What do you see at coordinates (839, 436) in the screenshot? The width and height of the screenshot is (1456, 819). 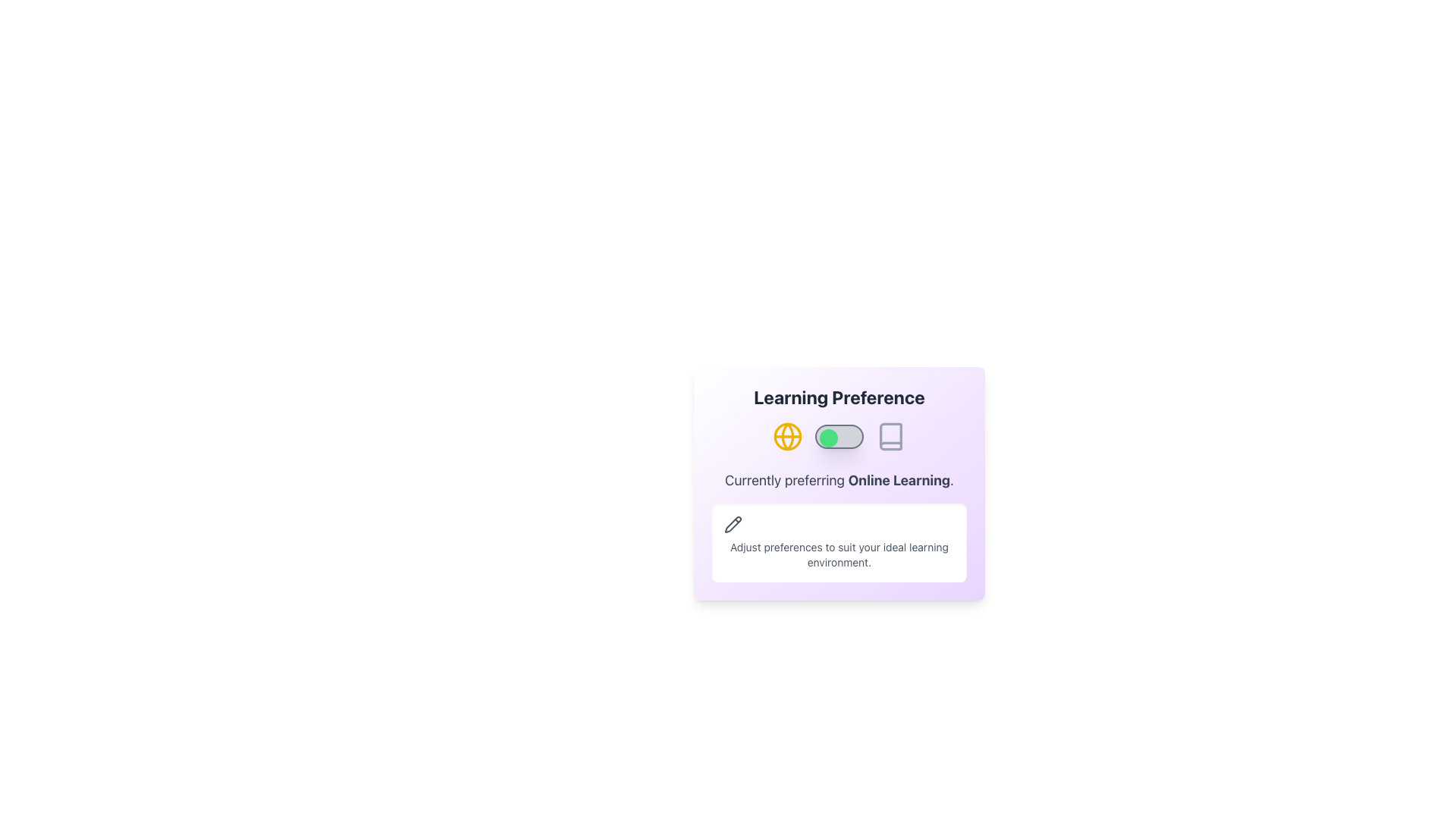 I see `the toggle switch in the 'Learning Preference' section` at bounding box center [839, 436].